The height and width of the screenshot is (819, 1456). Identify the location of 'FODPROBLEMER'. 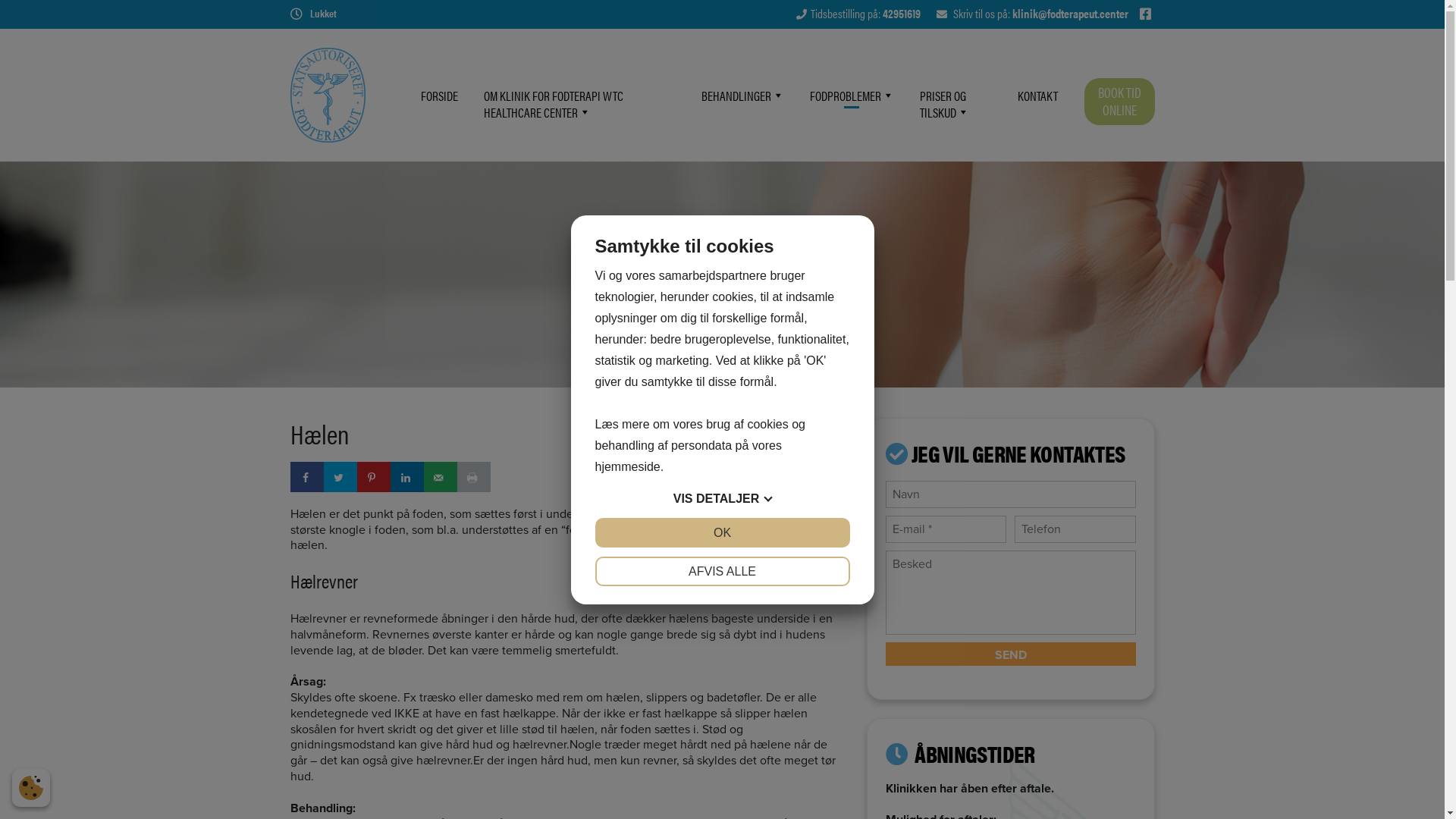
(796, 96).